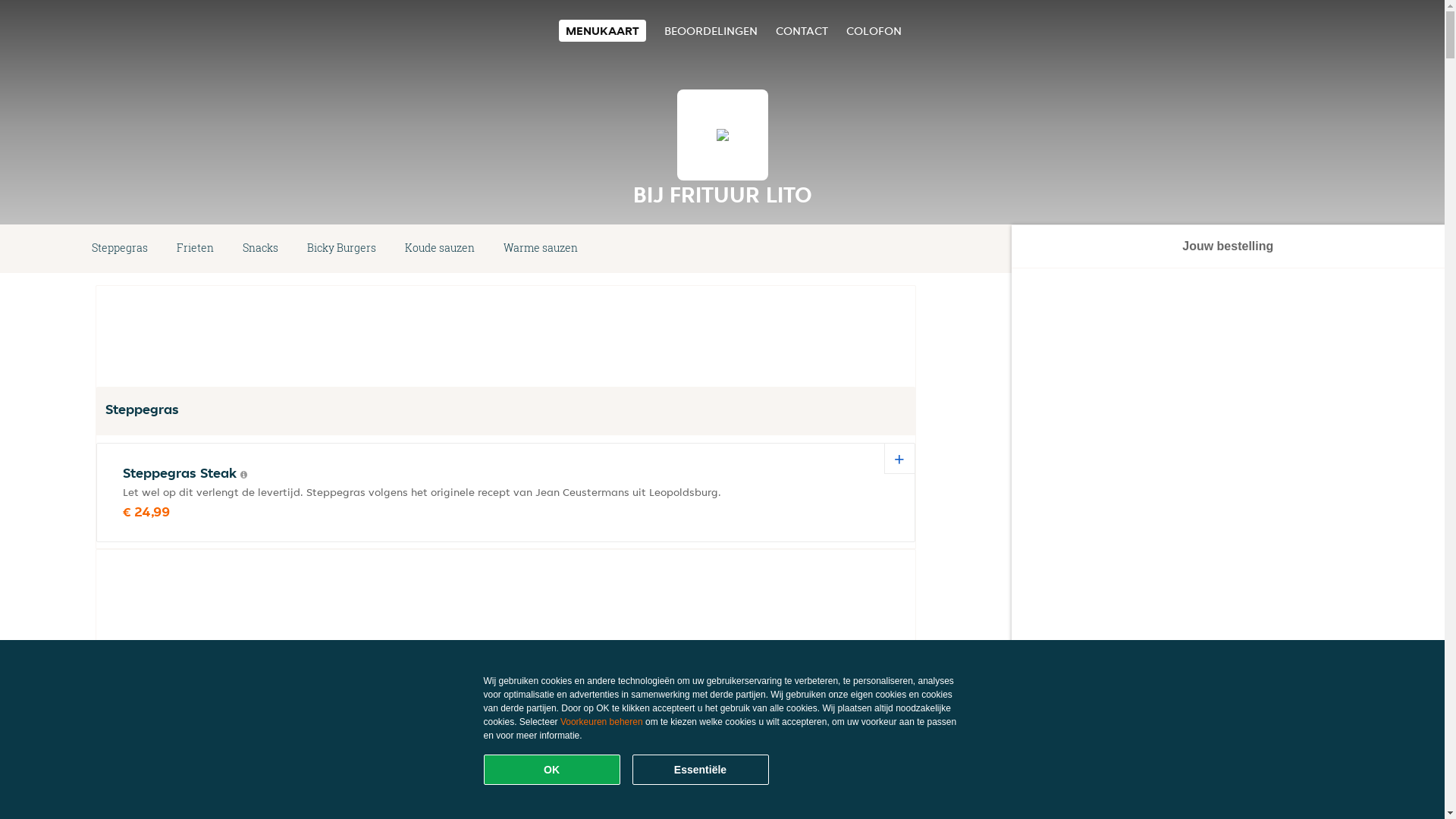 This screenshot has width=1456, height=819. I want to click on 'Koude sauzen', so click(439, 247).